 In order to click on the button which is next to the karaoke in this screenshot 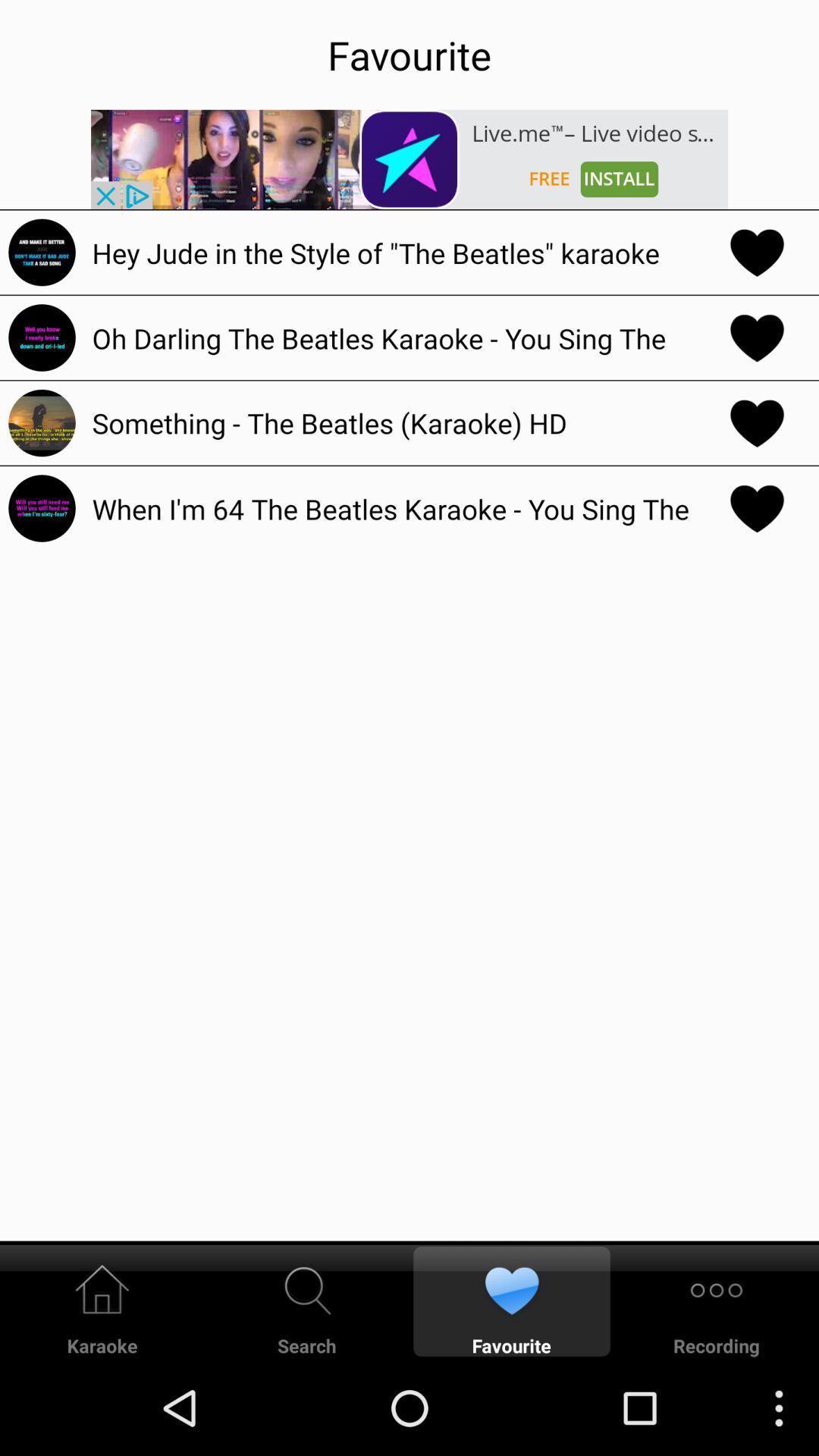, I will do `click(307, 1300)`.